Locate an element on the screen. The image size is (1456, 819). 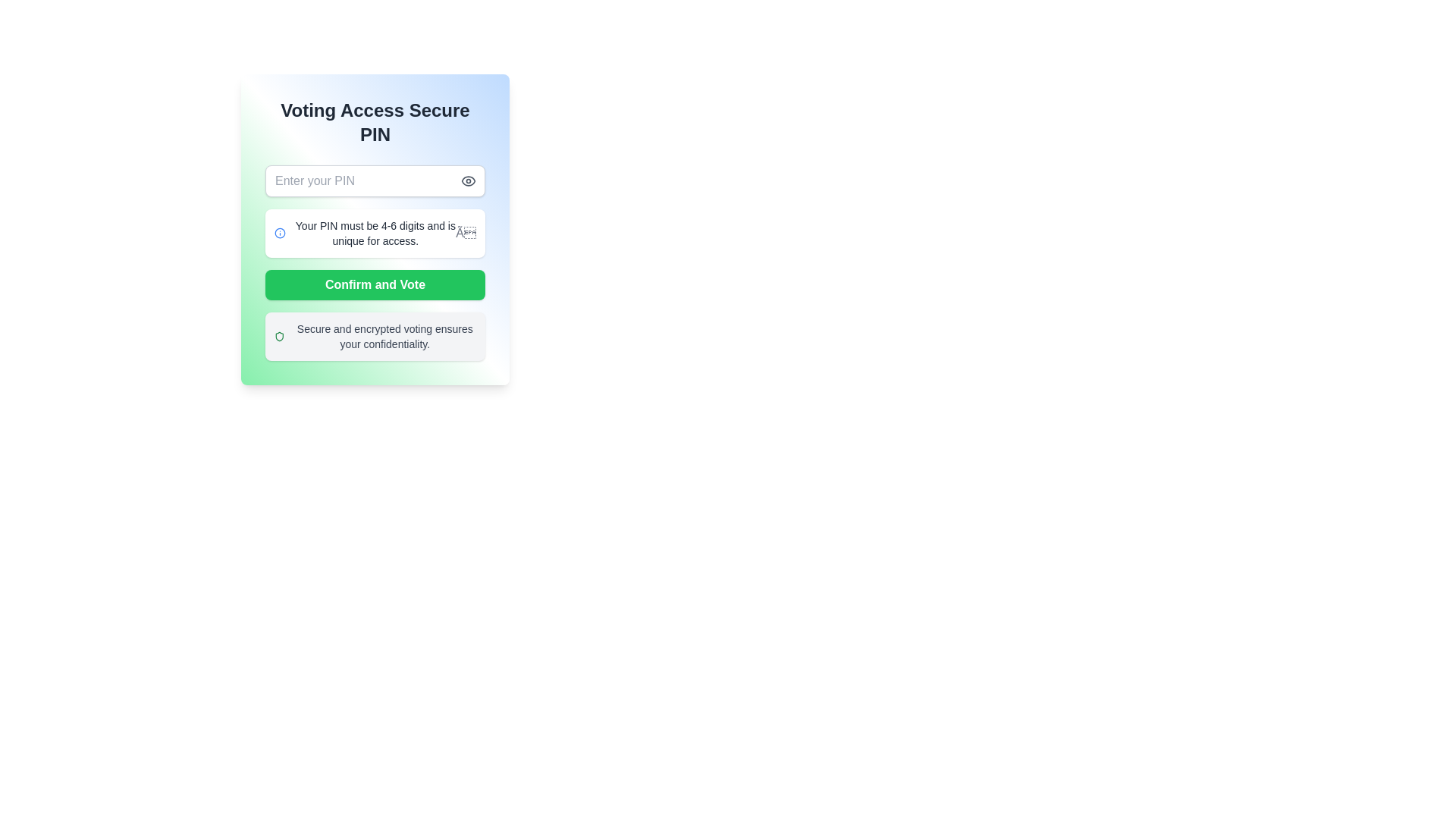
the circular blue outline icon that represents information related to PIN requirements, positioned in the middle section of the form, next to the explanatory text is located at coordinates (280, 234).